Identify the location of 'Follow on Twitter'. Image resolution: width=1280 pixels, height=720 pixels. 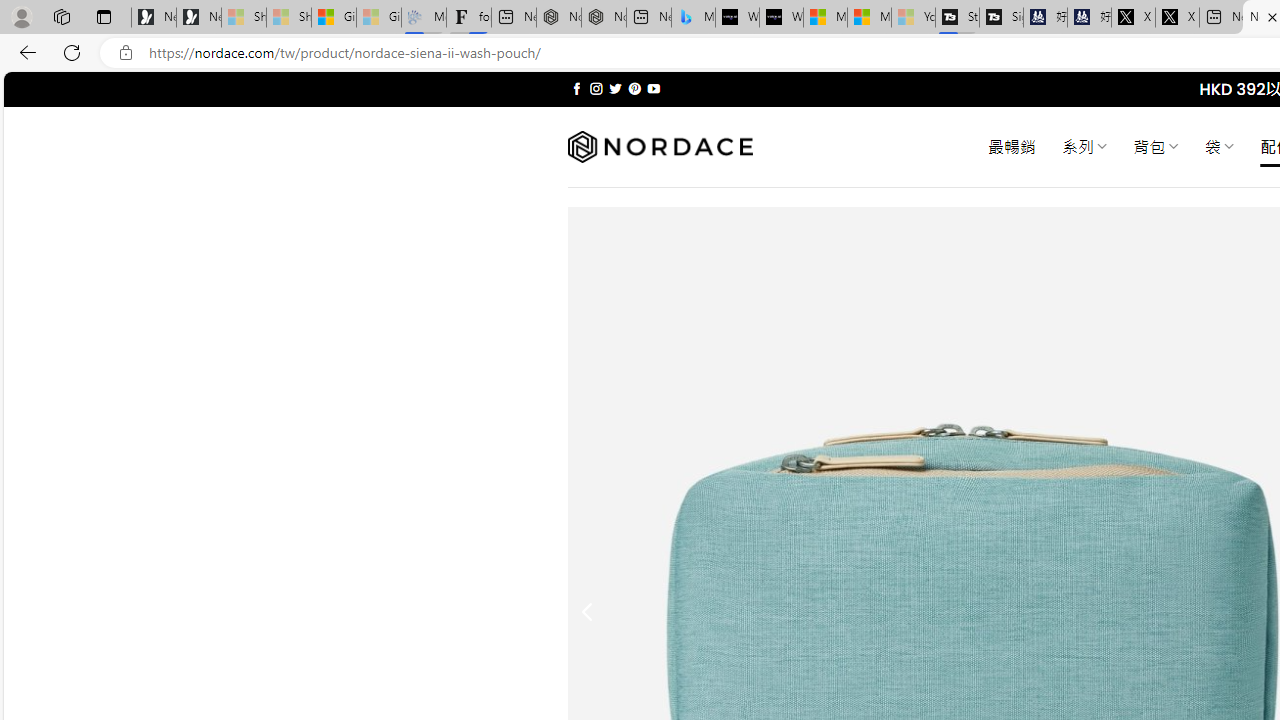
(614, 88).